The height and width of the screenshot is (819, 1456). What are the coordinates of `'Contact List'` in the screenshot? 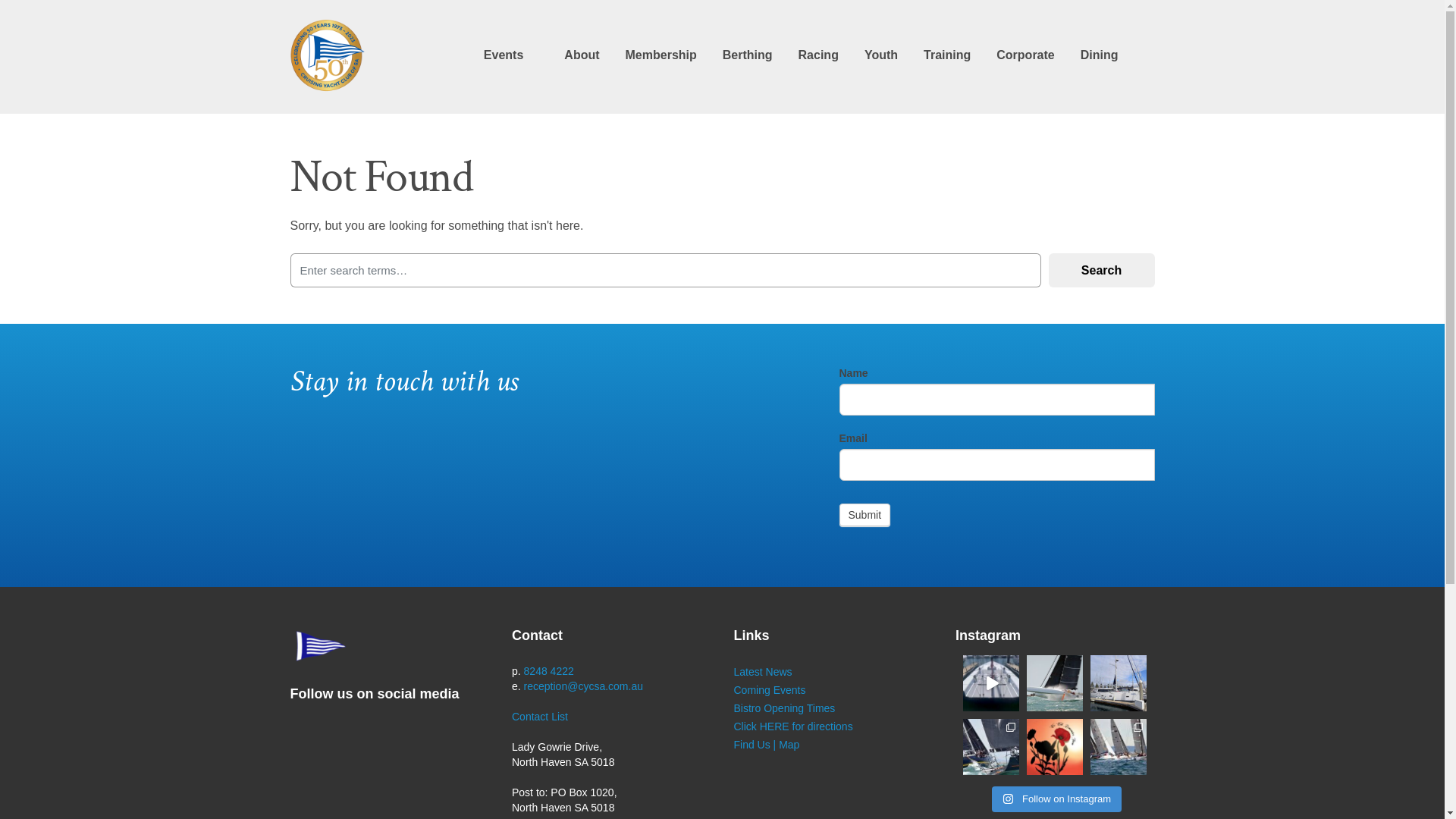 It's located at (539, 717).